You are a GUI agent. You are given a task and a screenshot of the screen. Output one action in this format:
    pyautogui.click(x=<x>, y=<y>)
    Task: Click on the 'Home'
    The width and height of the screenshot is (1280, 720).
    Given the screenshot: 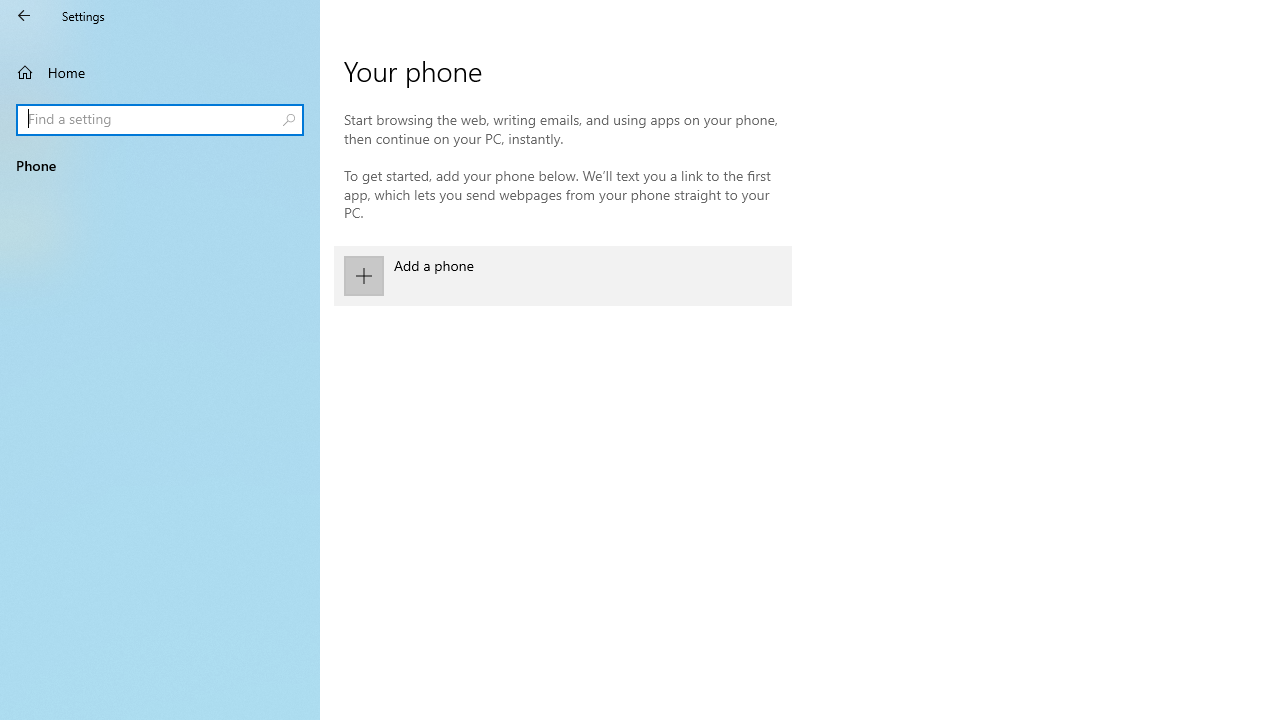 What is the action you would take?
    pyautogui.click(x=160, y=71)
    